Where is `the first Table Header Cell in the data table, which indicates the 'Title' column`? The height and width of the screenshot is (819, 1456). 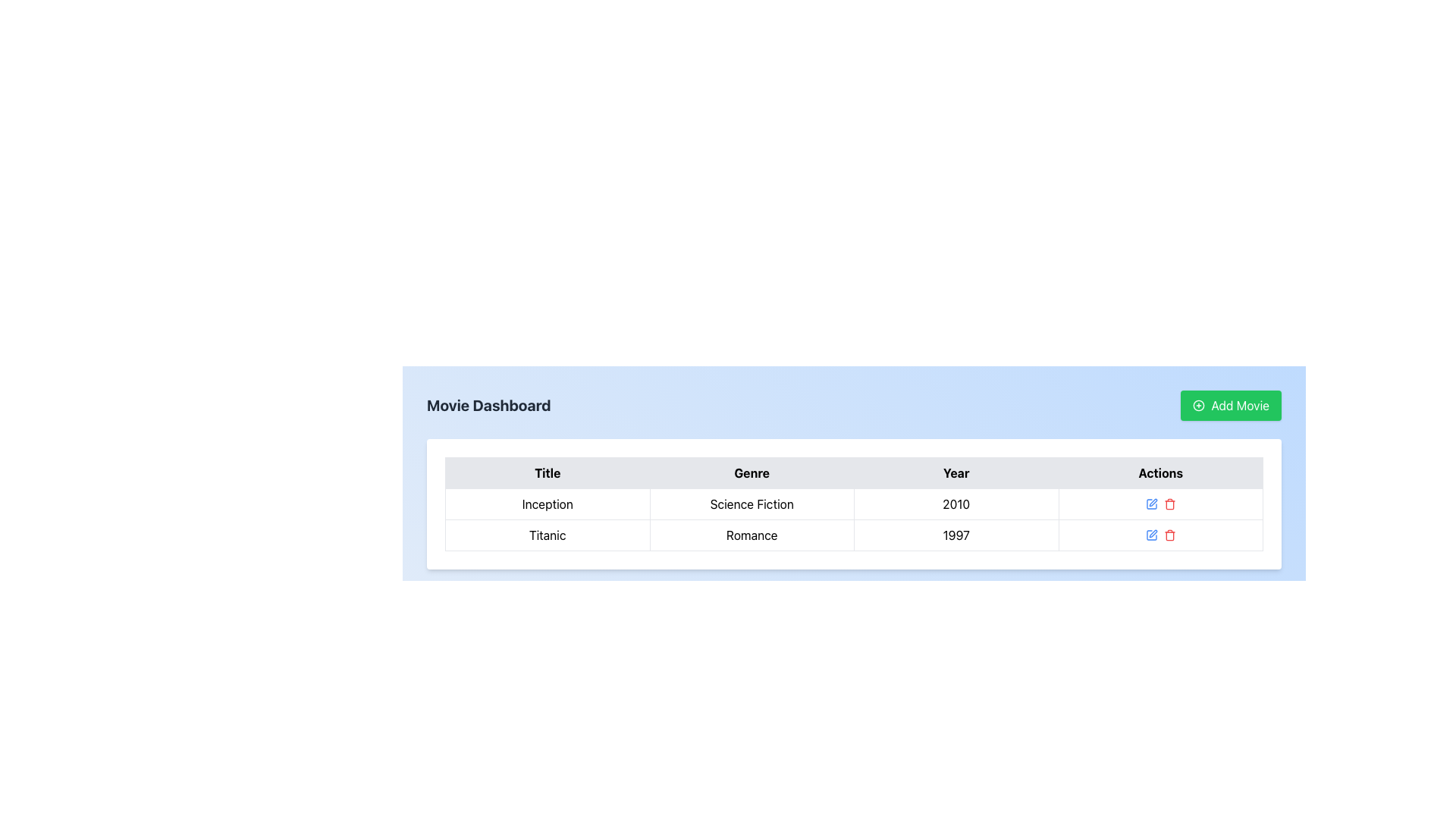
the first Table Header Cell in the data table, which indicates the 'Title' column is located at coordinates (547, 472).